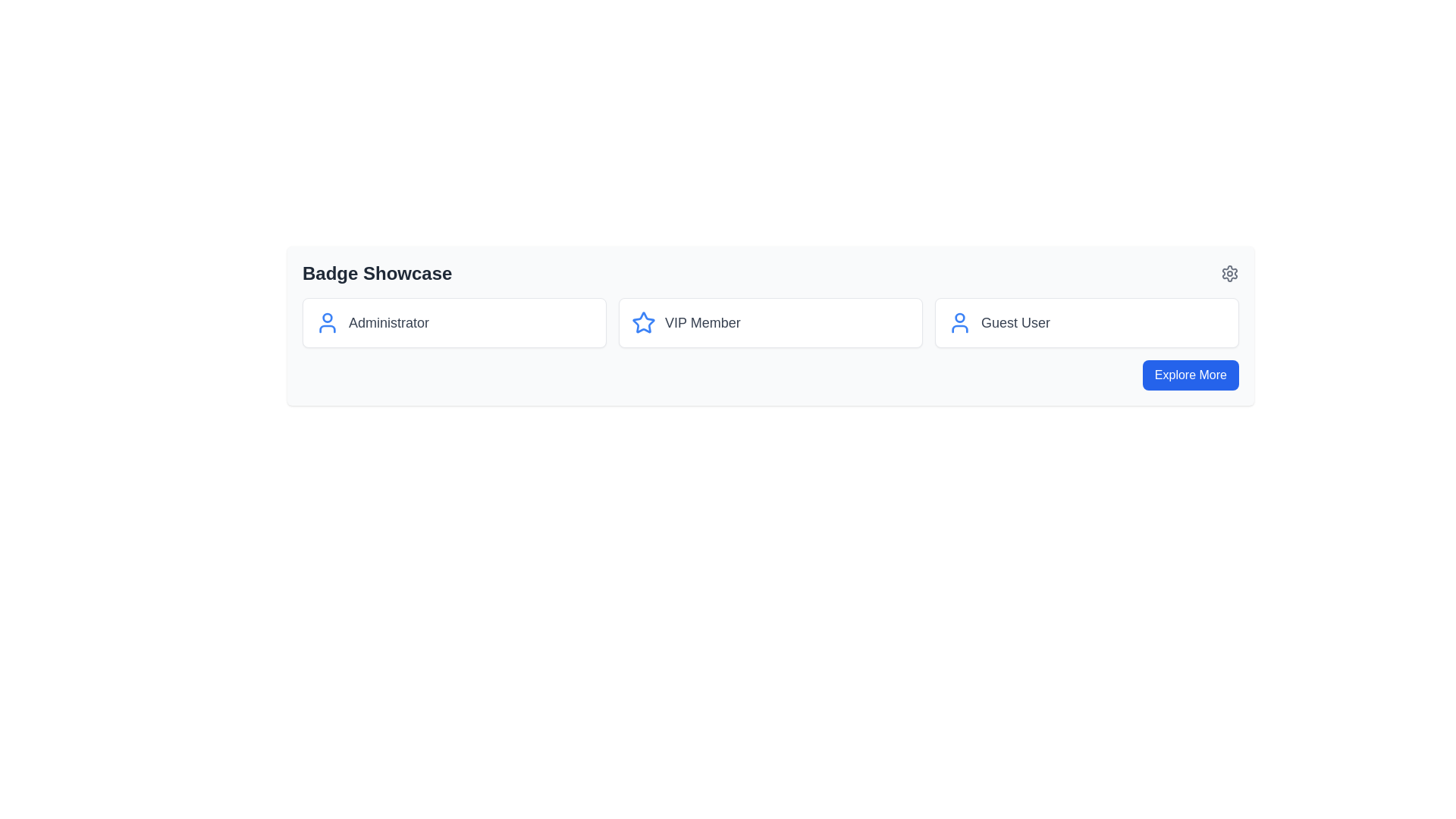 The image size is (1456, 819). Describe the element at coordinates (1230, 274) in the screenshot. I see `the icon button located at the top-right corner of the component group` at that location.